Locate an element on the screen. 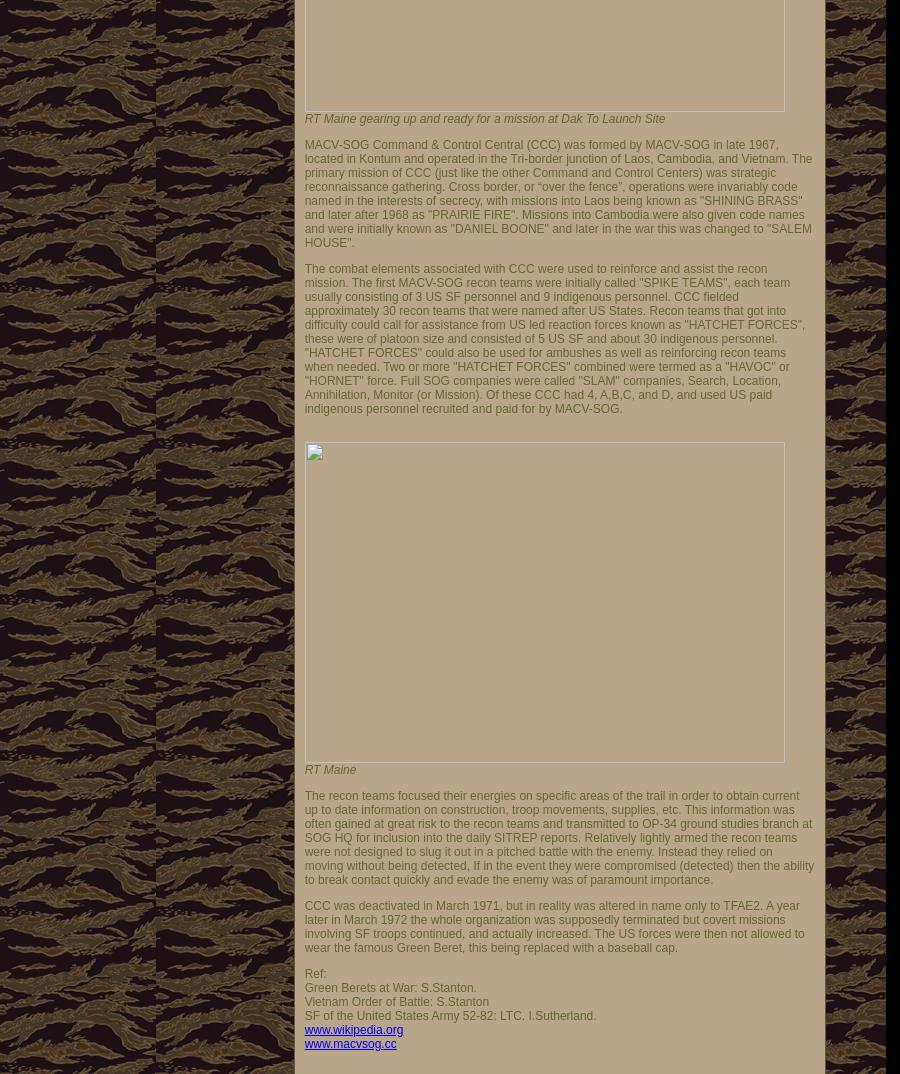  'Ref:' is located at coordinates (314, 973).